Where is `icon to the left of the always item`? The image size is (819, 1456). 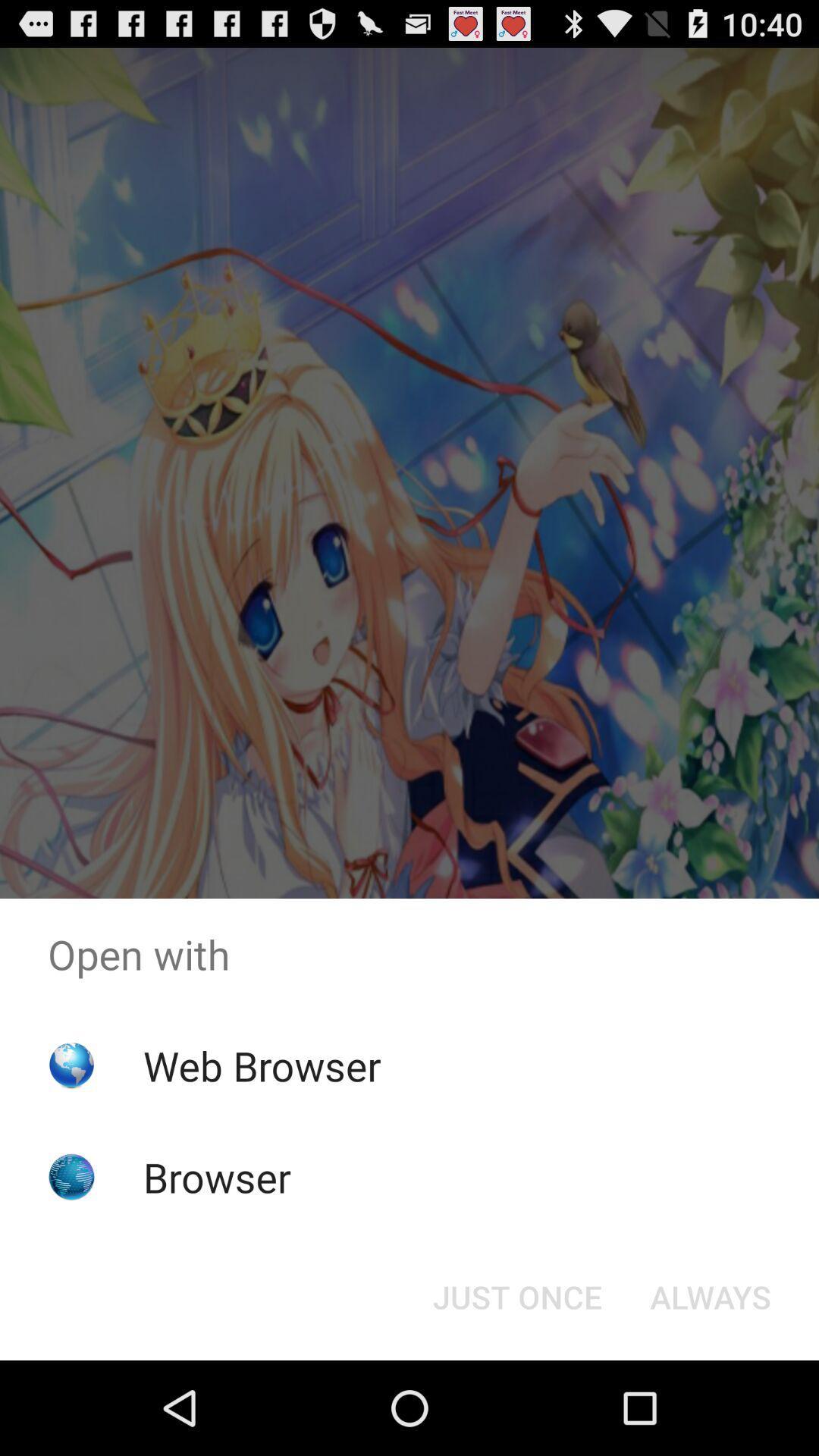 icon to the left of the always item is located at coordinates (516, 1295).